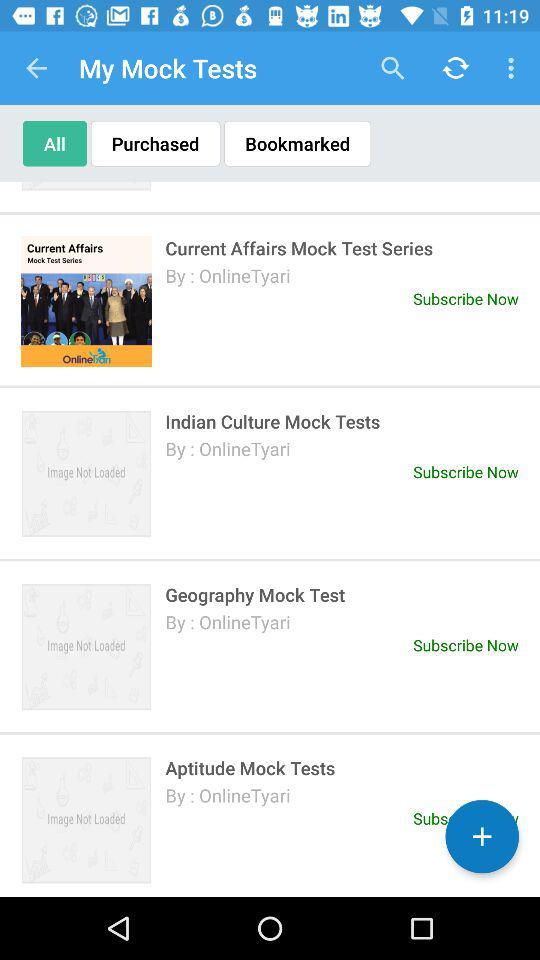 Image resolution: width=540 pixels, height=960 pixels. I want to click on the add icon, so click(481, 836).